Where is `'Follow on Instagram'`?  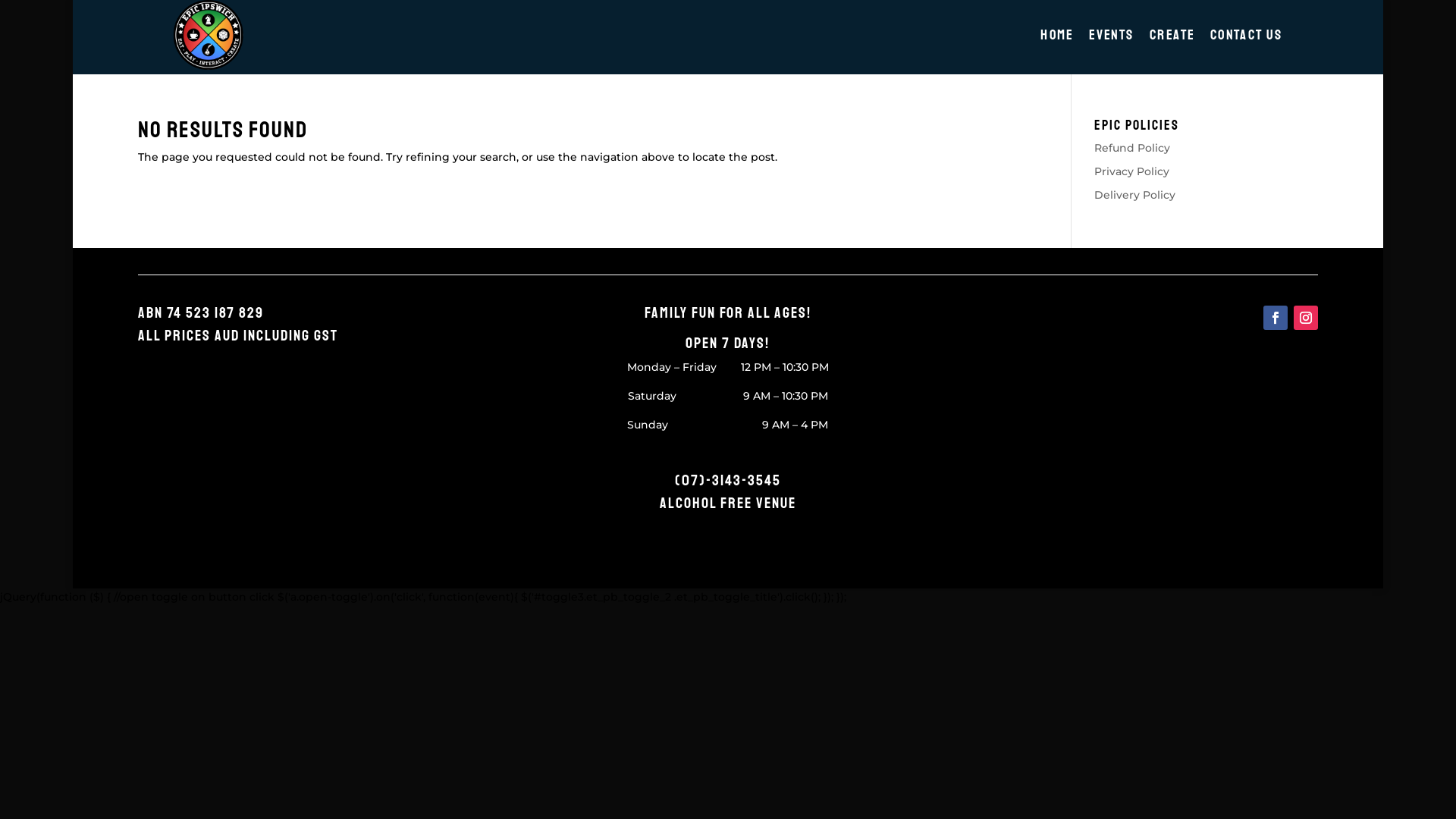 'Follow on Instagram' is located at coordinates (1305, 317).